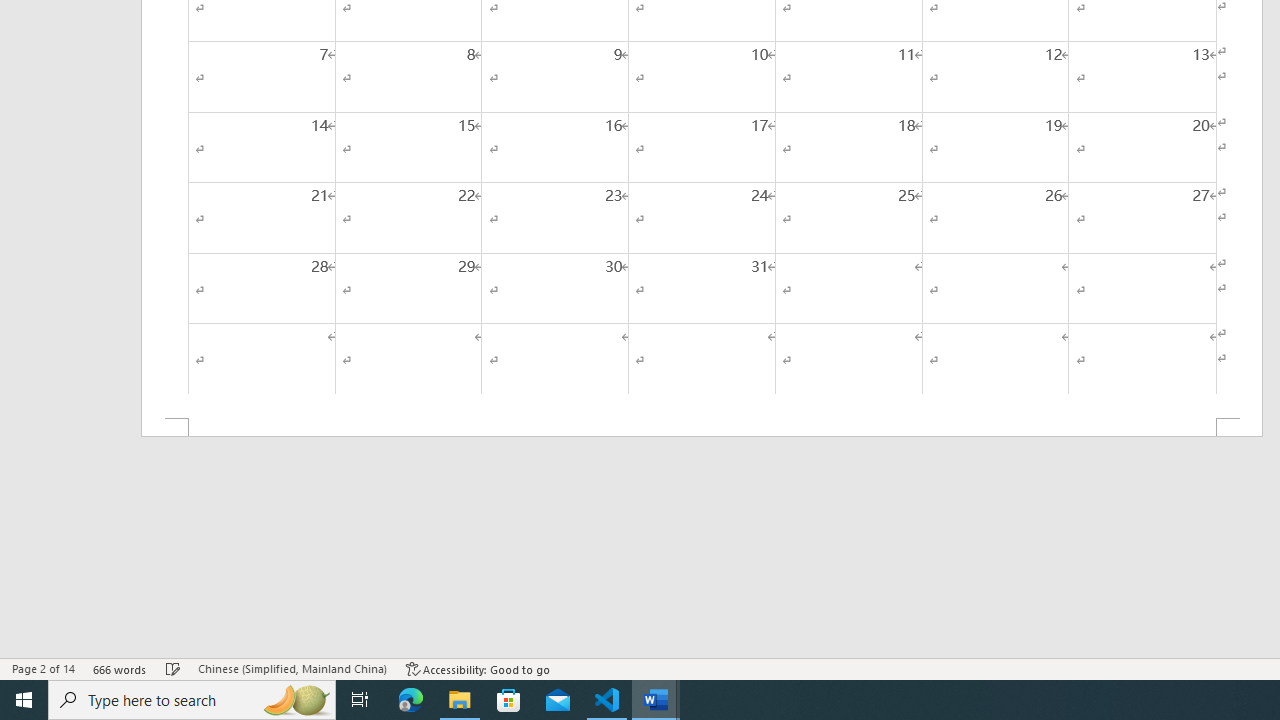 The width and height of the screenshot is (1280, 720). What do you see at coordinates (410, 698) in the screenshot?
I see `'Microsoft Edge'` at bounding box center [410, 698].